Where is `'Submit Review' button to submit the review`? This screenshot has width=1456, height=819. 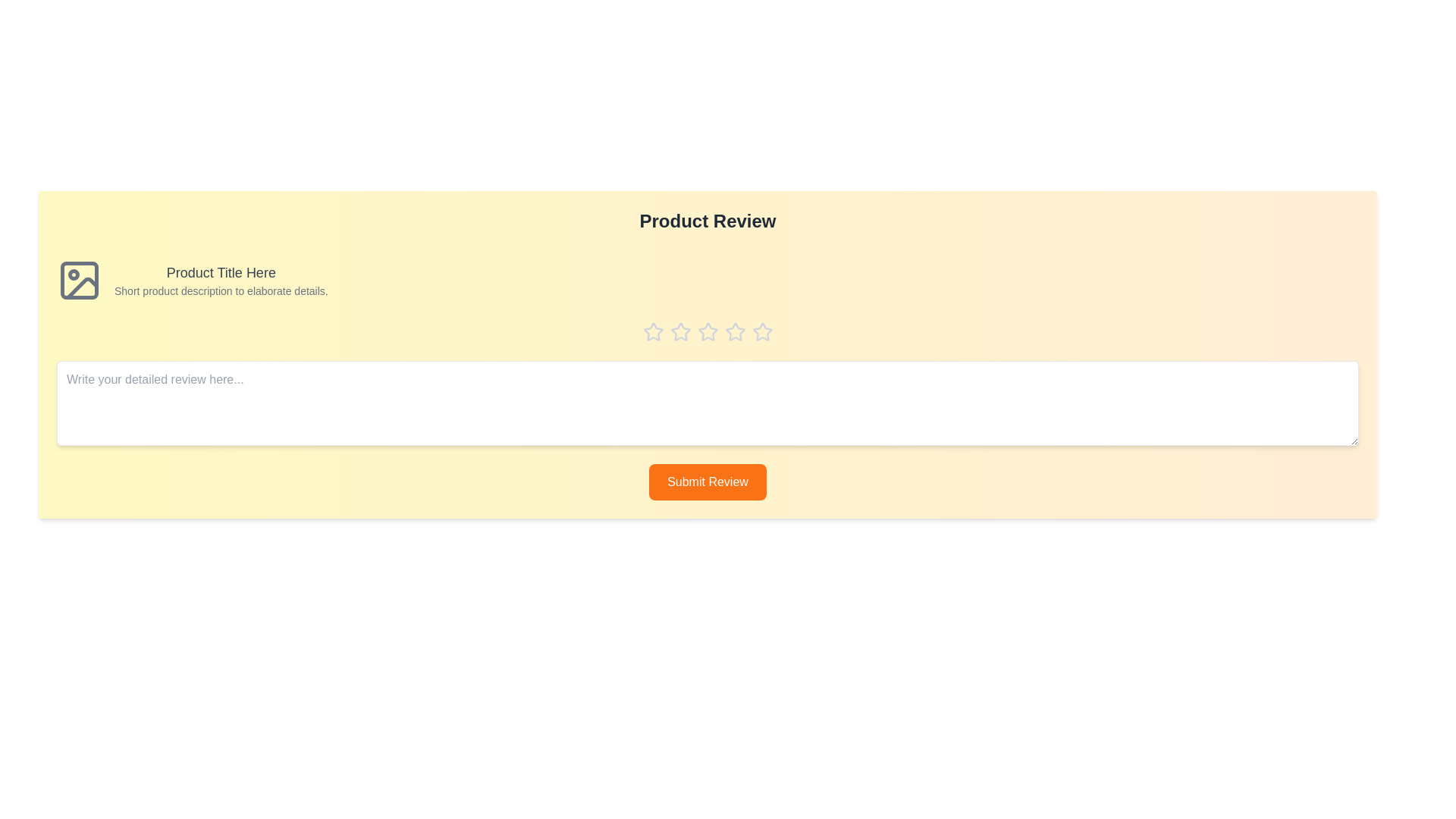 'Submit Review' button to submit the review is located at coordinates (707, 482).